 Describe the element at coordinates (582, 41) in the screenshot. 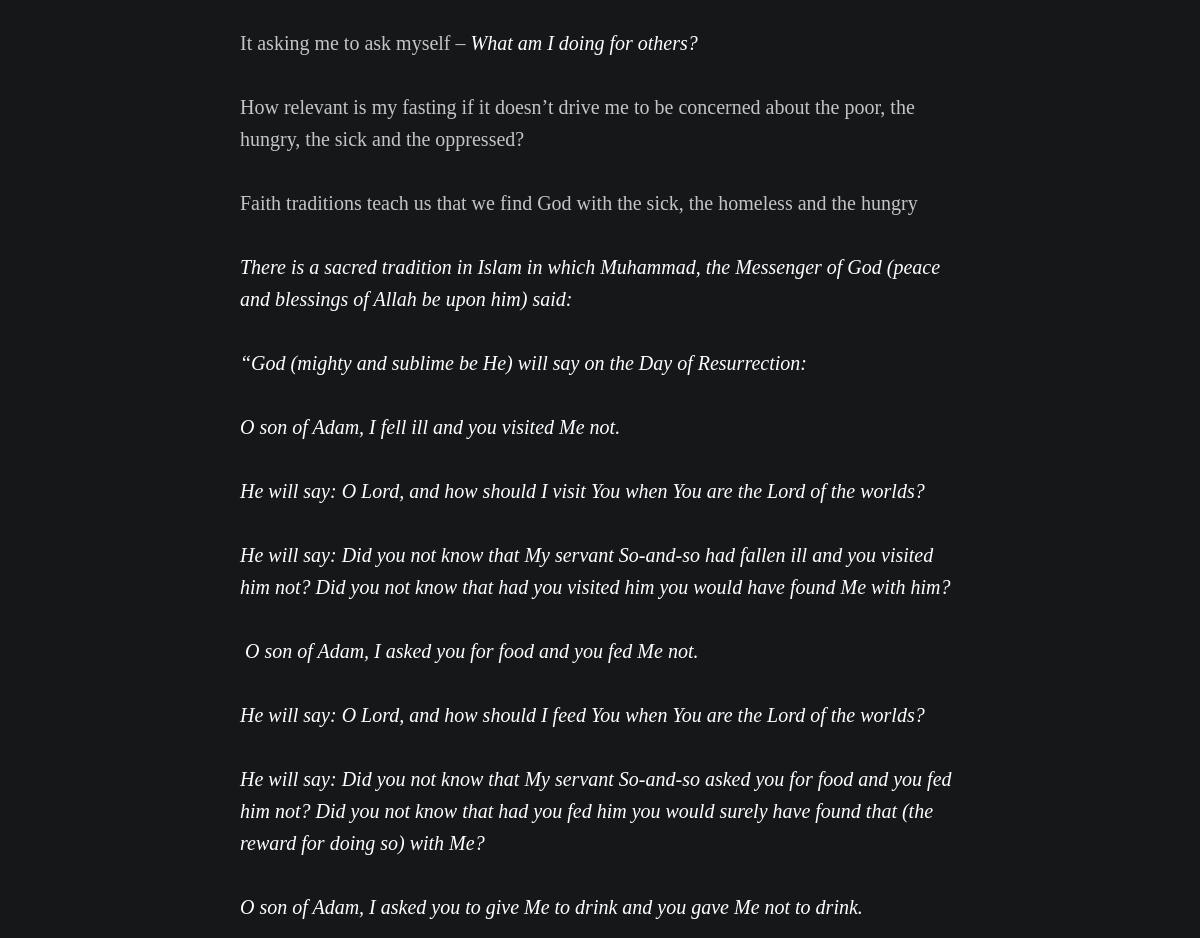

I see `'What am I doing for others?'` at that location.